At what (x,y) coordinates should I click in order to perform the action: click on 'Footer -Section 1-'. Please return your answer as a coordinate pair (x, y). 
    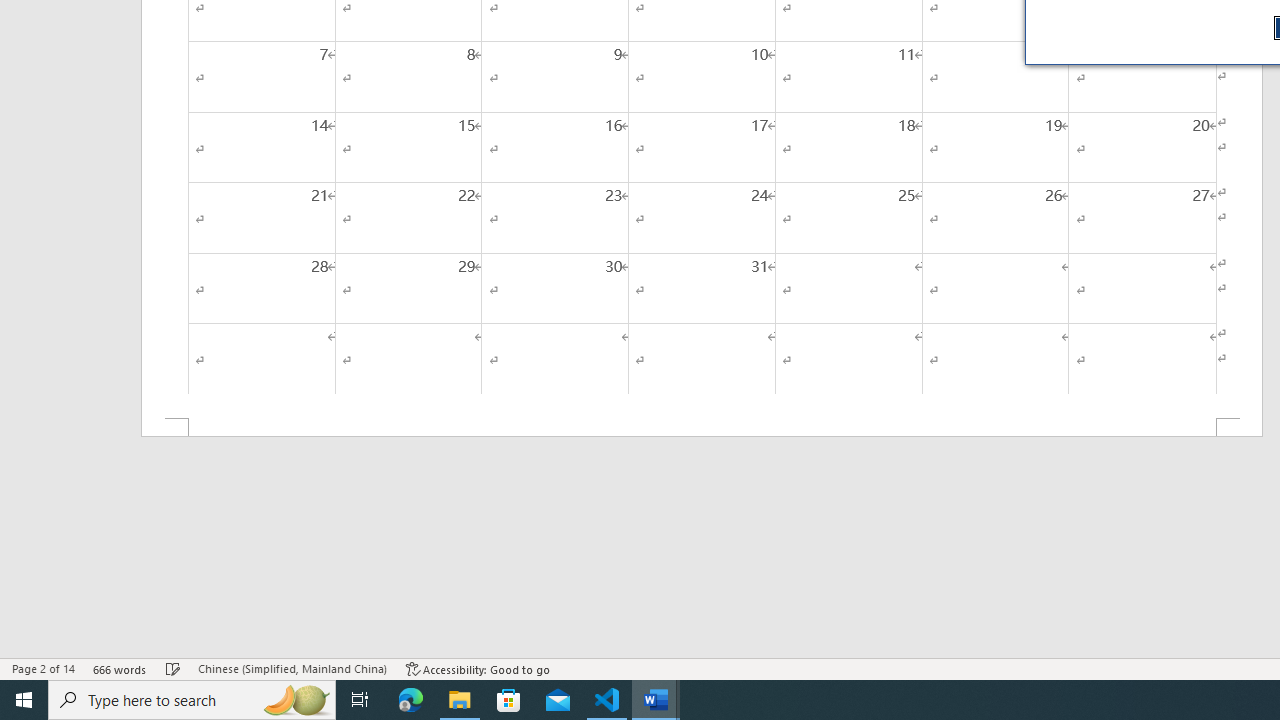
    Looking at the image, I should click on (702, 426).